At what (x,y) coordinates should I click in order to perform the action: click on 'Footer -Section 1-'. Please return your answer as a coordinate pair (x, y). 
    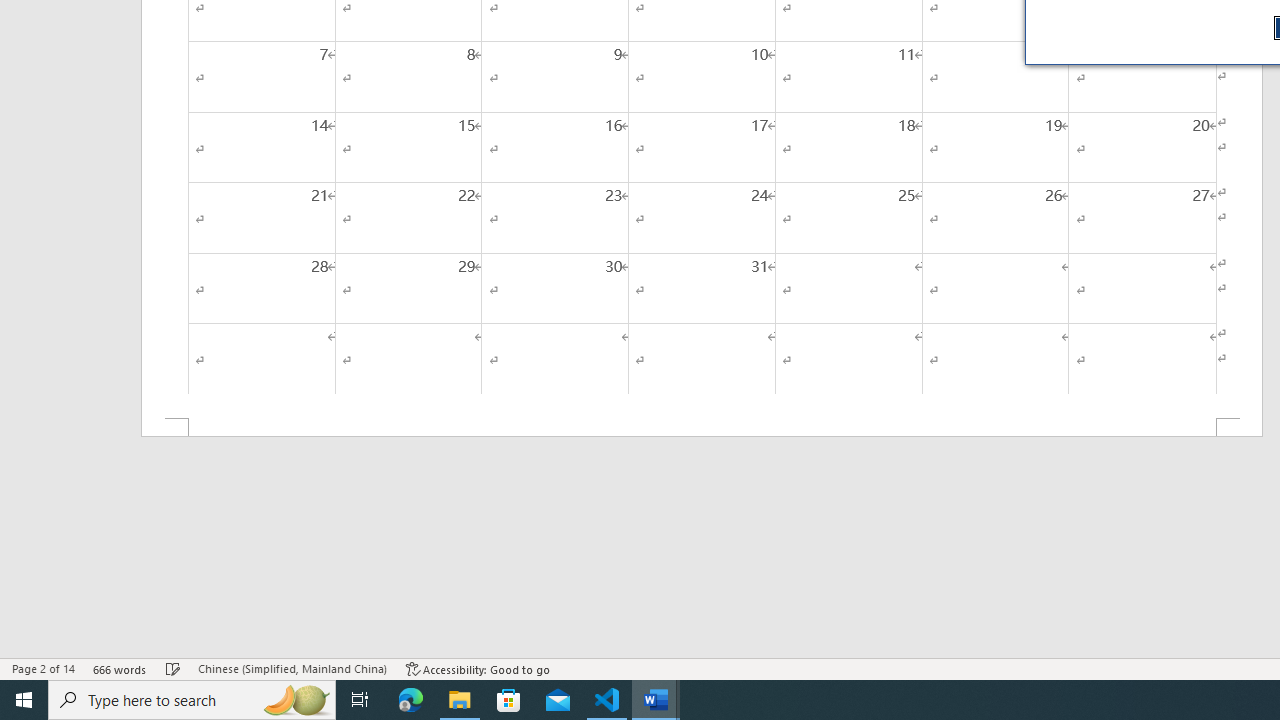
    Looking at the image, I should click on (702, 426).